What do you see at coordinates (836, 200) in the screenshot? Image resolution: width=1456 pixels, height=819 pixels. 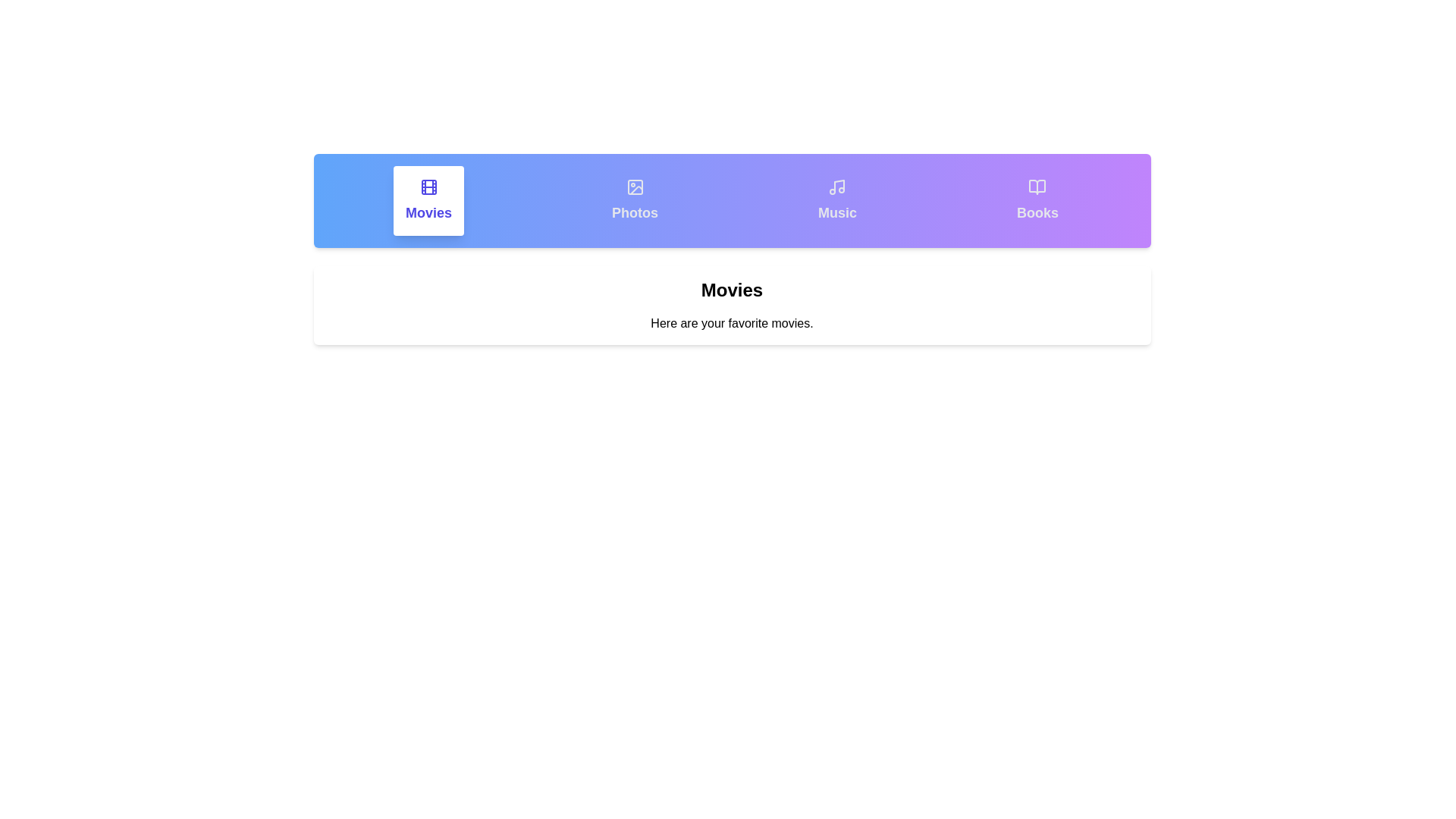 I see `the Music tab to view its hover effects` at bounding box center [836, 200].